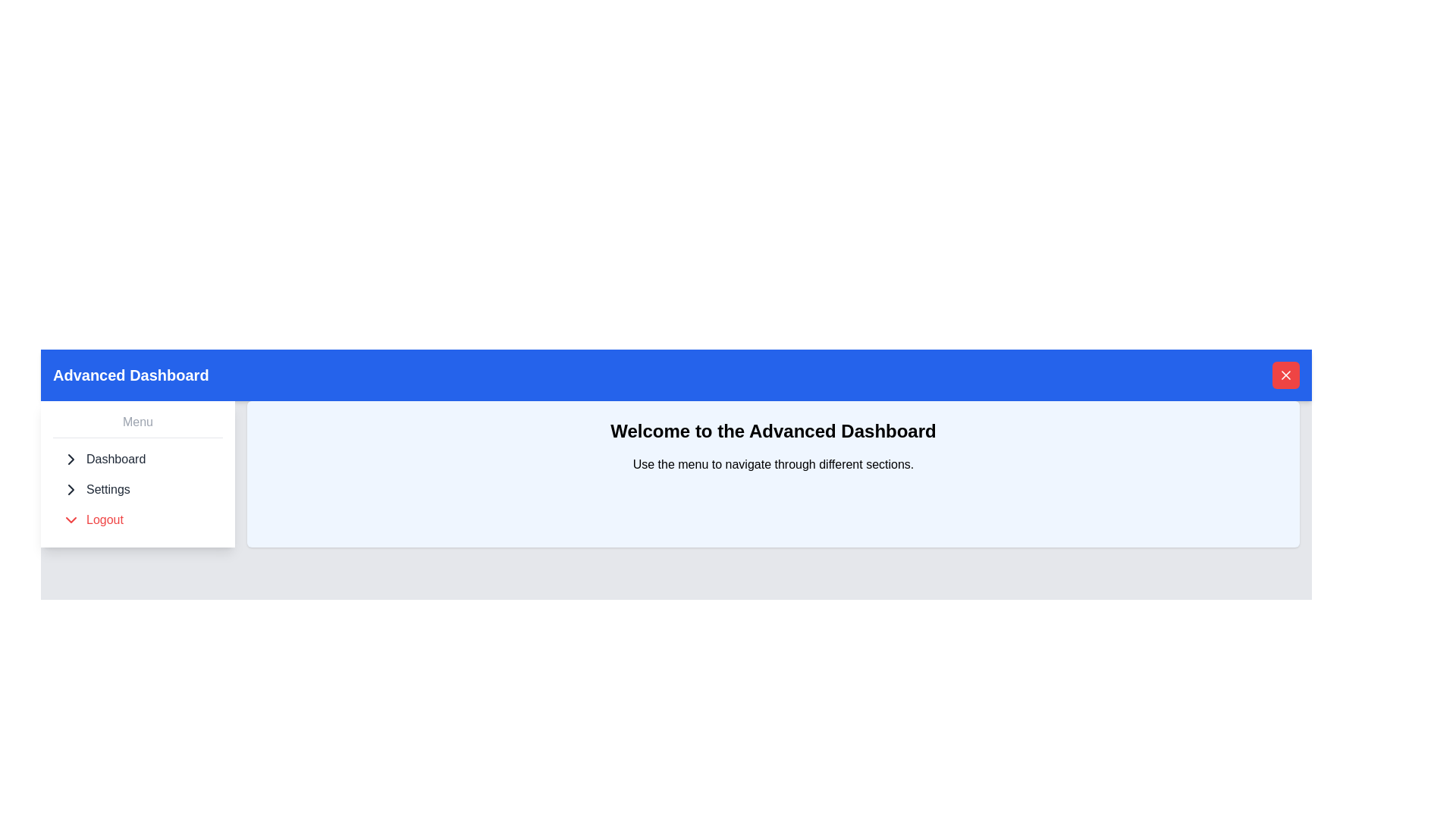  I want to click on the non-interactive Label located at the top section of the sidebar, which provides context for the menu items listed below, so click(138, 421).